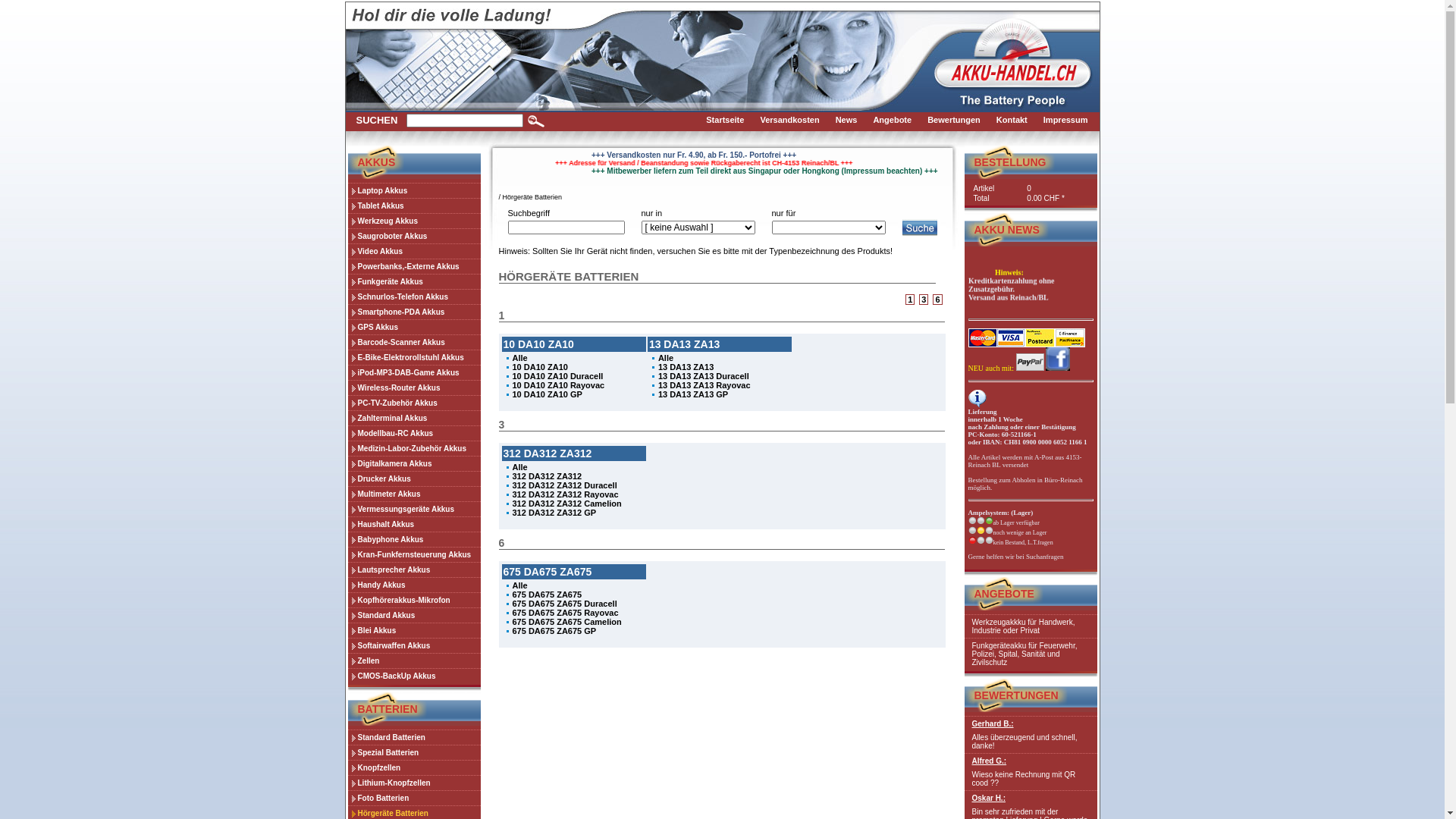 The height and width of the screenshot is (819, 1456). What do you see at coordinates (346, 614) in the screenshot?
I see `'Standard Akkus'` at bounding box center [346, 614].